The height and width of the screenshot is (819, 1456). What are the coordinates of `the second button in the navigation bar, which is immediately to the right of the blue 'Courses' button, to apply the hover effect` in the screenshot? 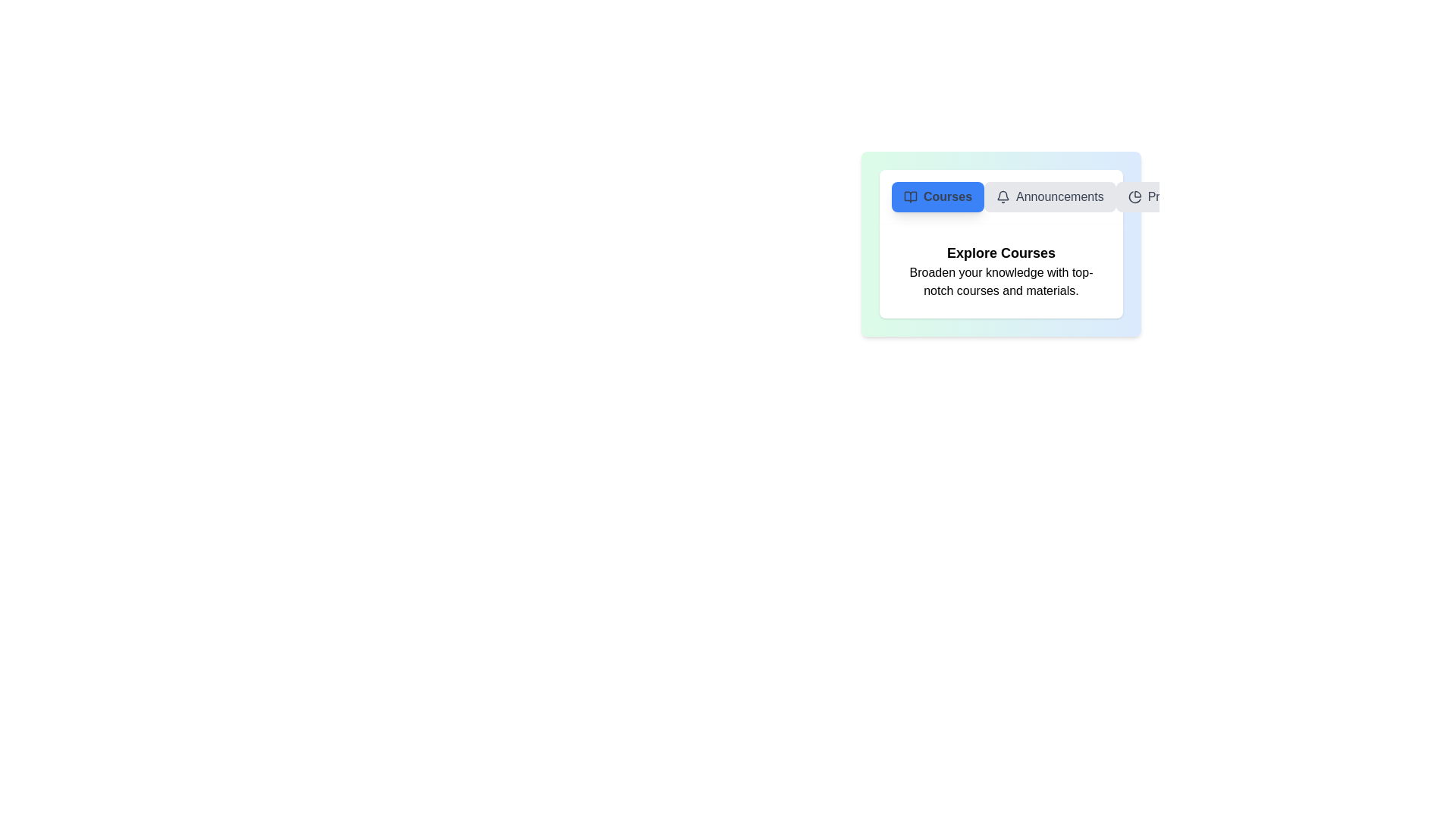 It's located at (1049, 196).